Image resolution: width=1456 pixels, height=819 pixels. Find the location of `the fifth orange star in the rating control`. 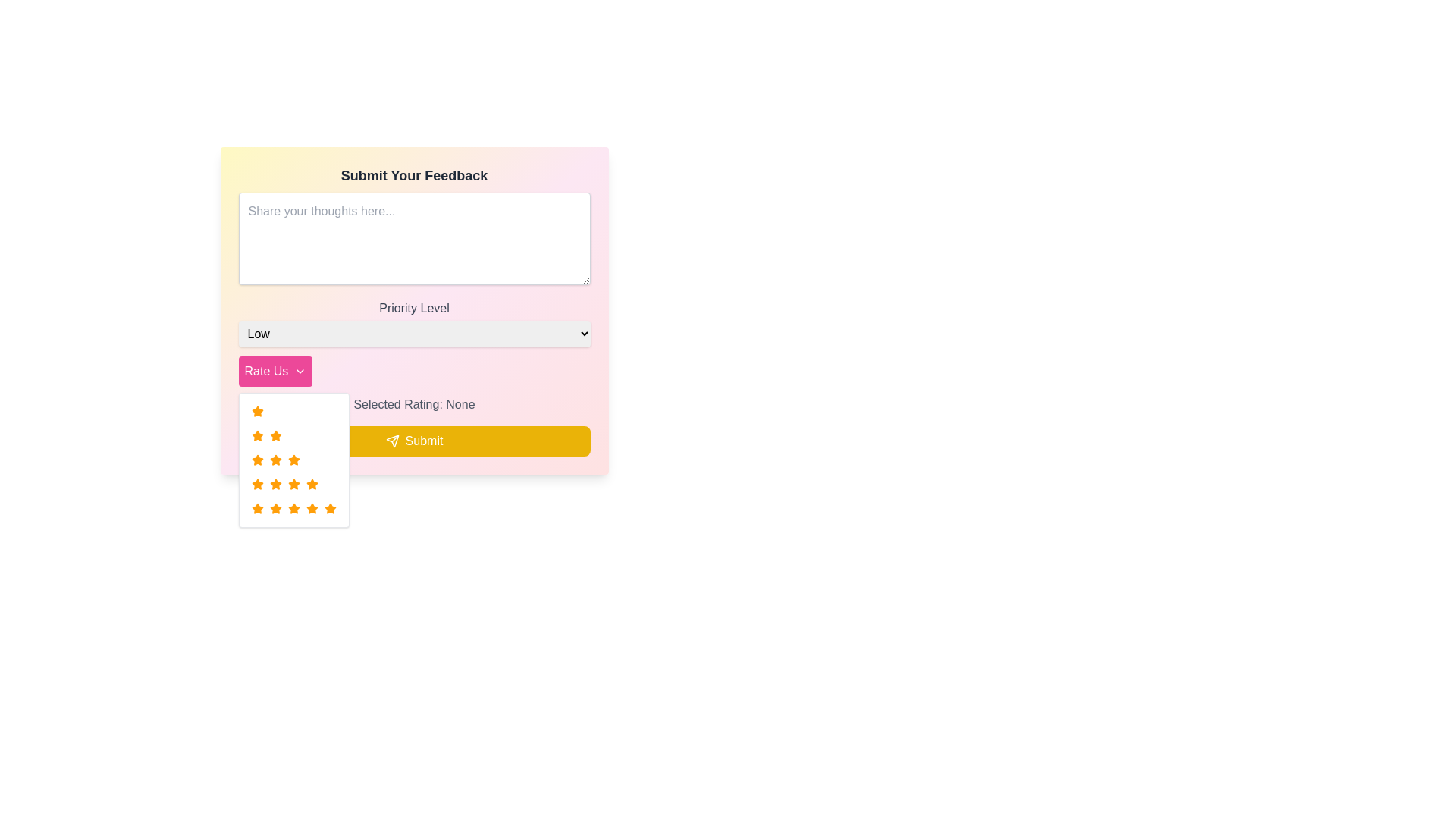

the fifth orange star in the rating control is located at coordinates (293, 509).